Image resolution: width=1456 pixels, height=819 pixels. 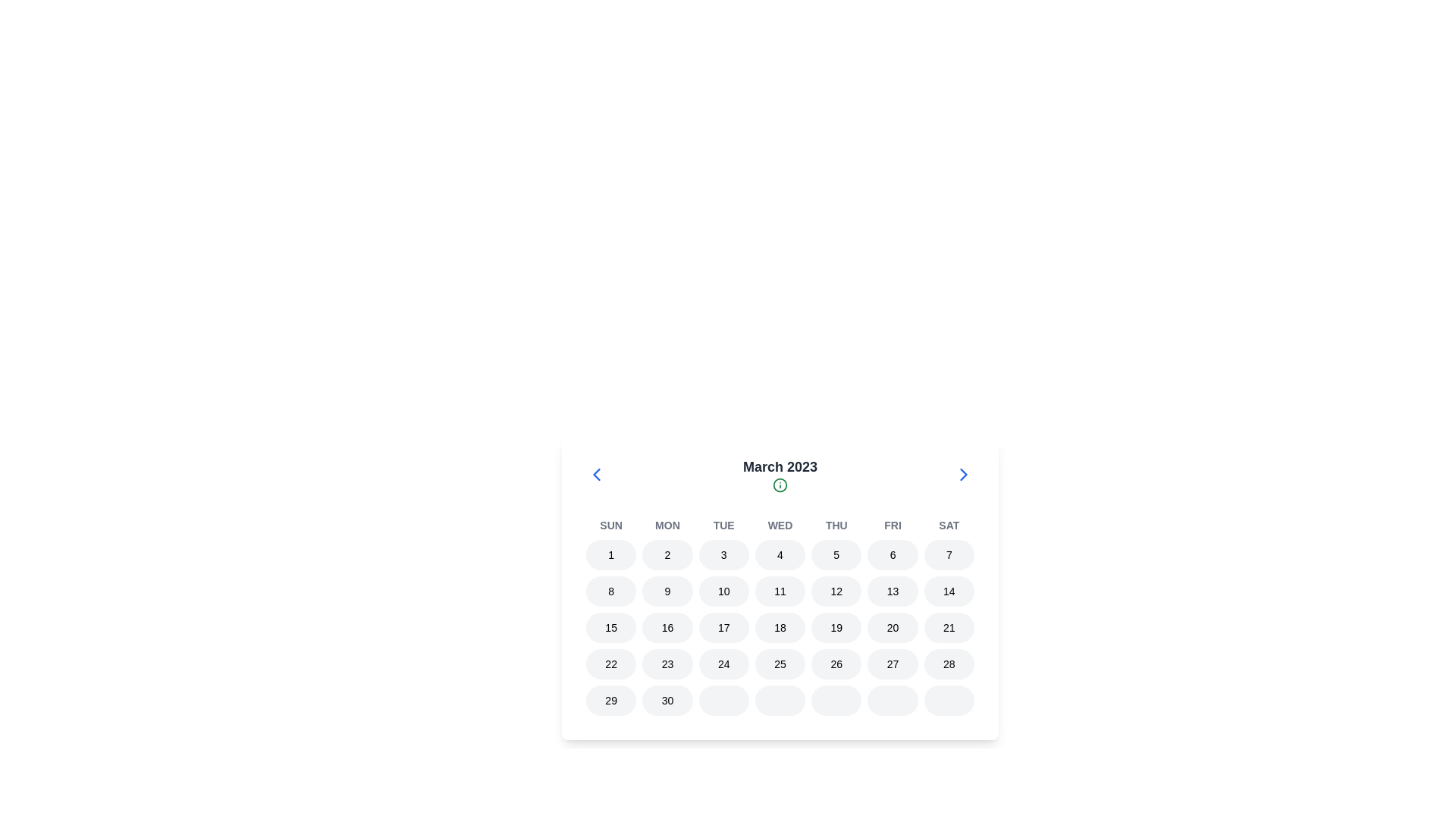 What do you see at coordinates (780, 485) in the screenshot?
I see `the informational icon located beneath the 'March 2023' title` at bounding box center [780, 485].